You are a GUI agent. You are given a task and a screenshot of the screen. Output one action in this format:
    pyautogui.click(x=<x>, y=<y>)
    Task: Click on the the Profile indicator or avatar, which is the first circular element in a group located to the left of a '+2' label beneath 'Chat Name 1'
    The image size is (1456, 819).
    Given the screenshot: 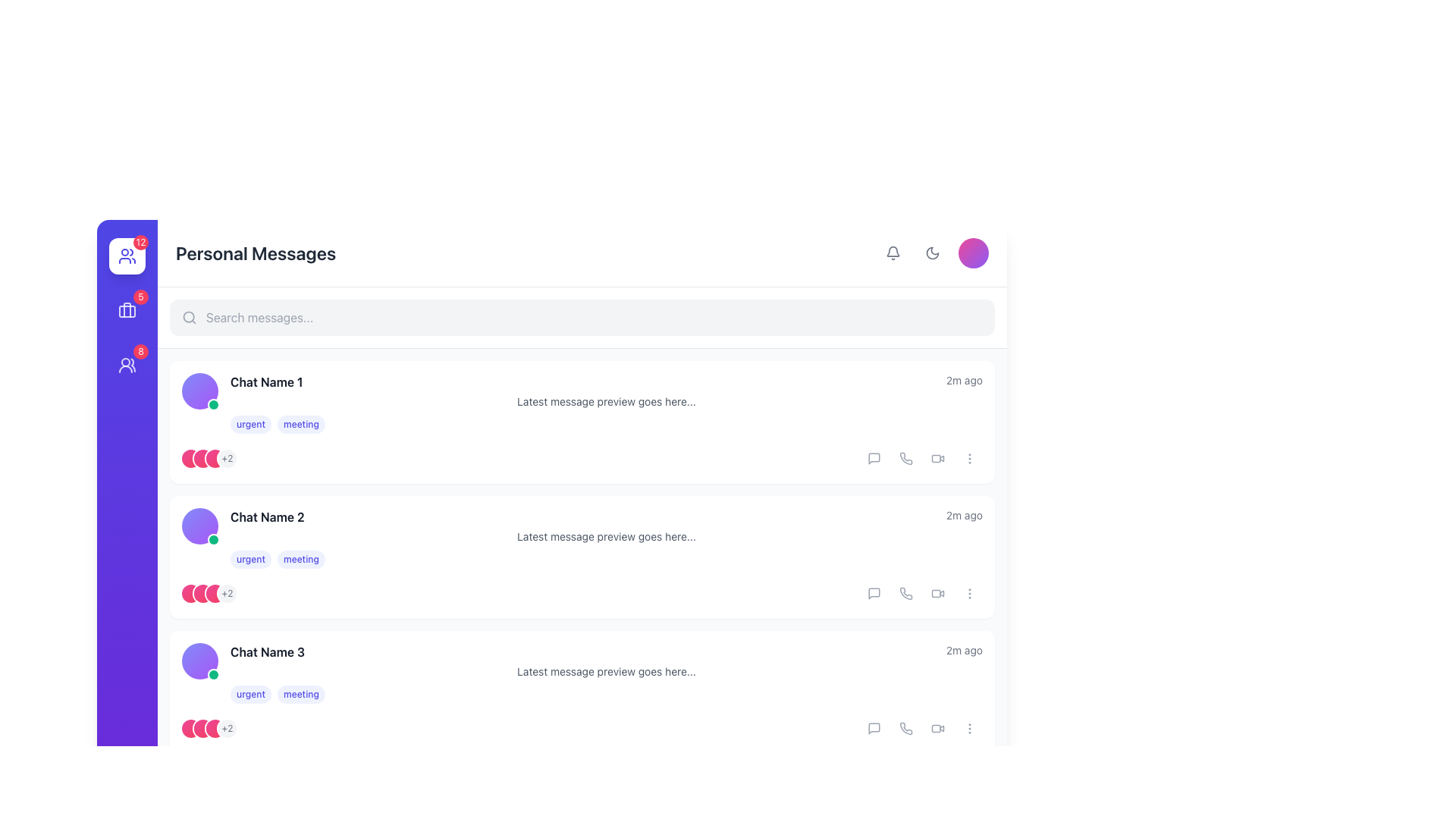 What is the action you would take?
    pyautogui.click(x=190, y=458)
    